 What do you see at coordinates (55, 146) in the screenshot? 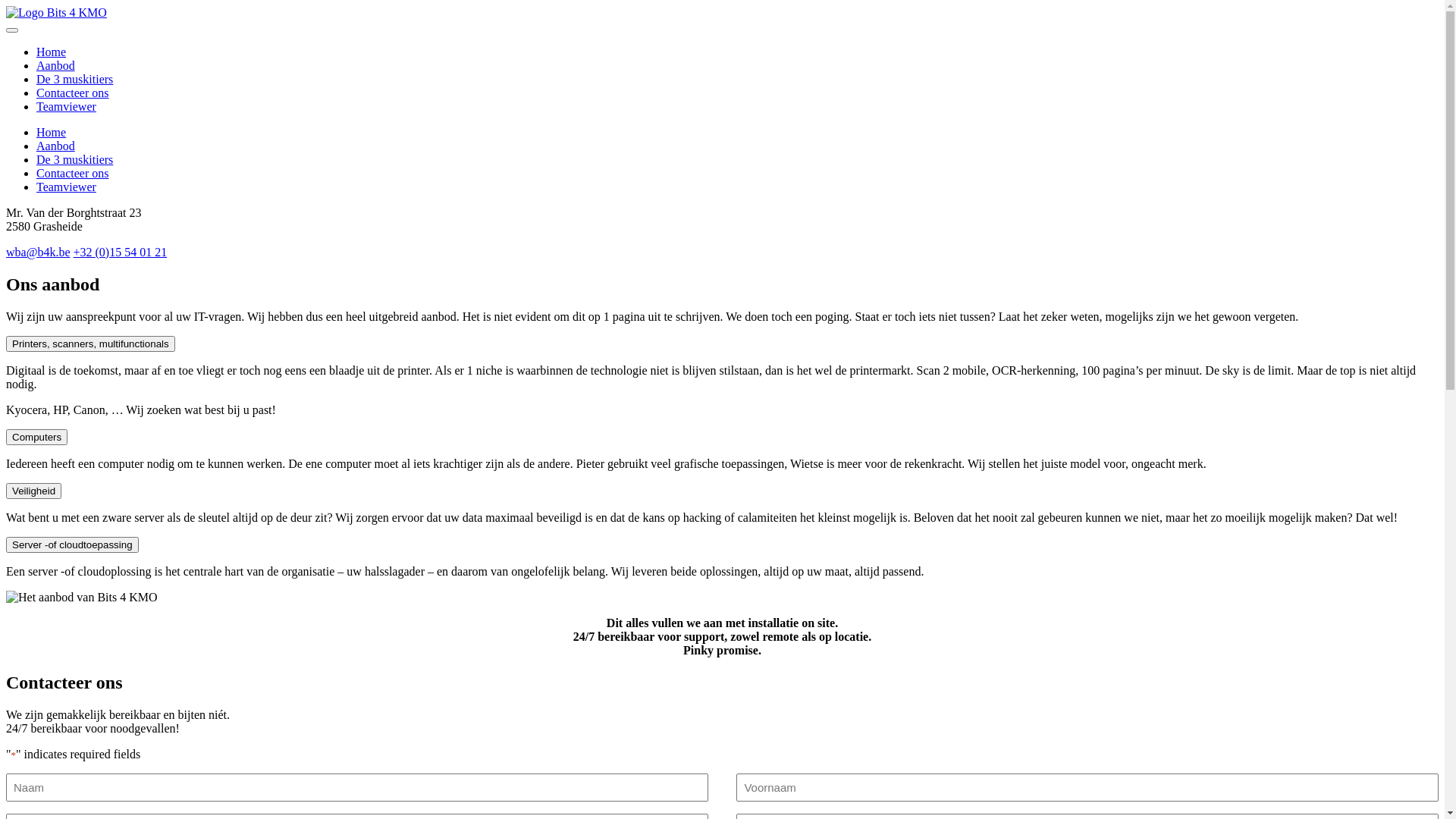
I see `'Aanbod'` at bounding box center [55, 146].